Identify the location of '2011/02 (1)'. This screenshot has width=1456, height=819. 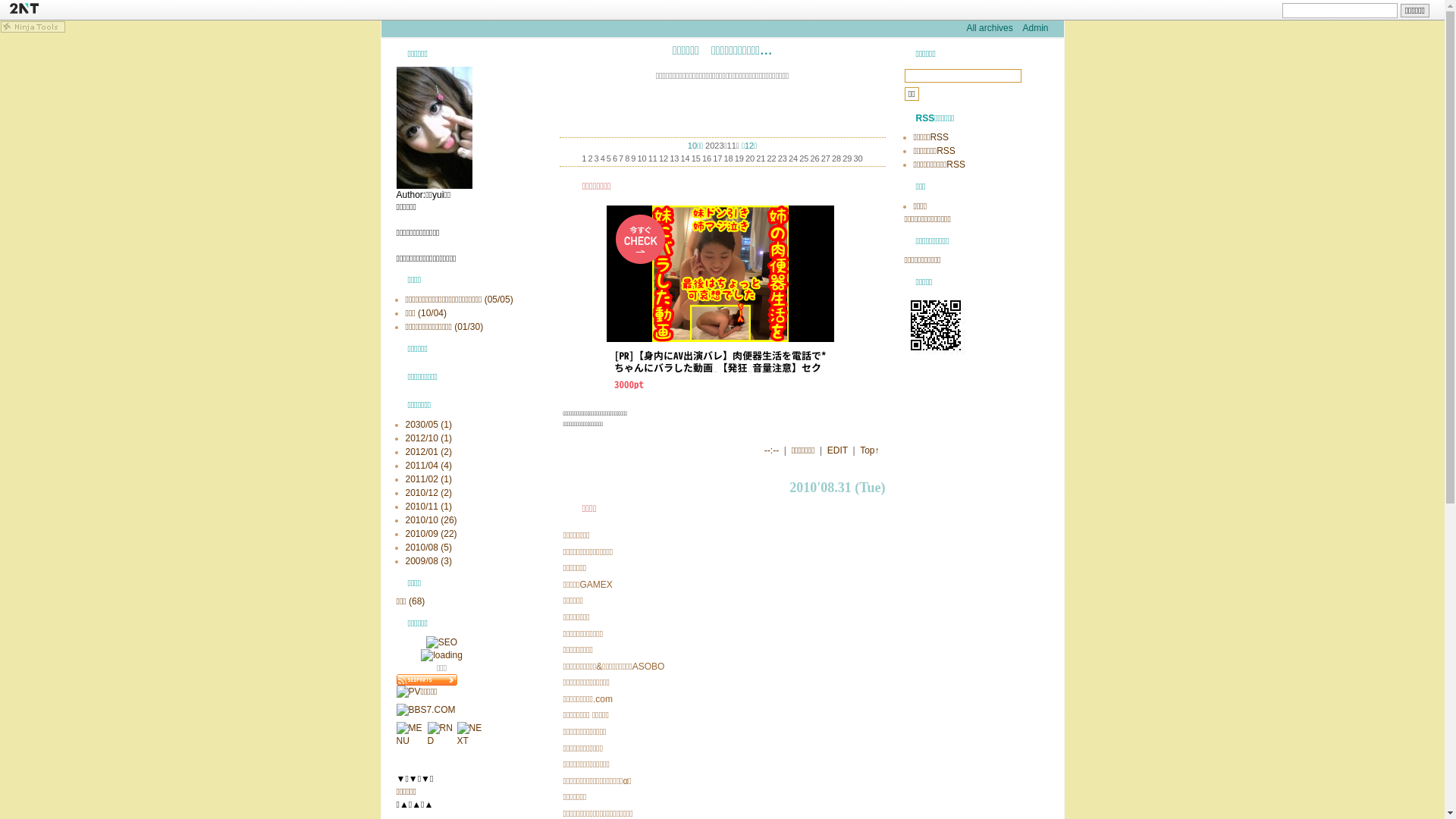
(427, 479).